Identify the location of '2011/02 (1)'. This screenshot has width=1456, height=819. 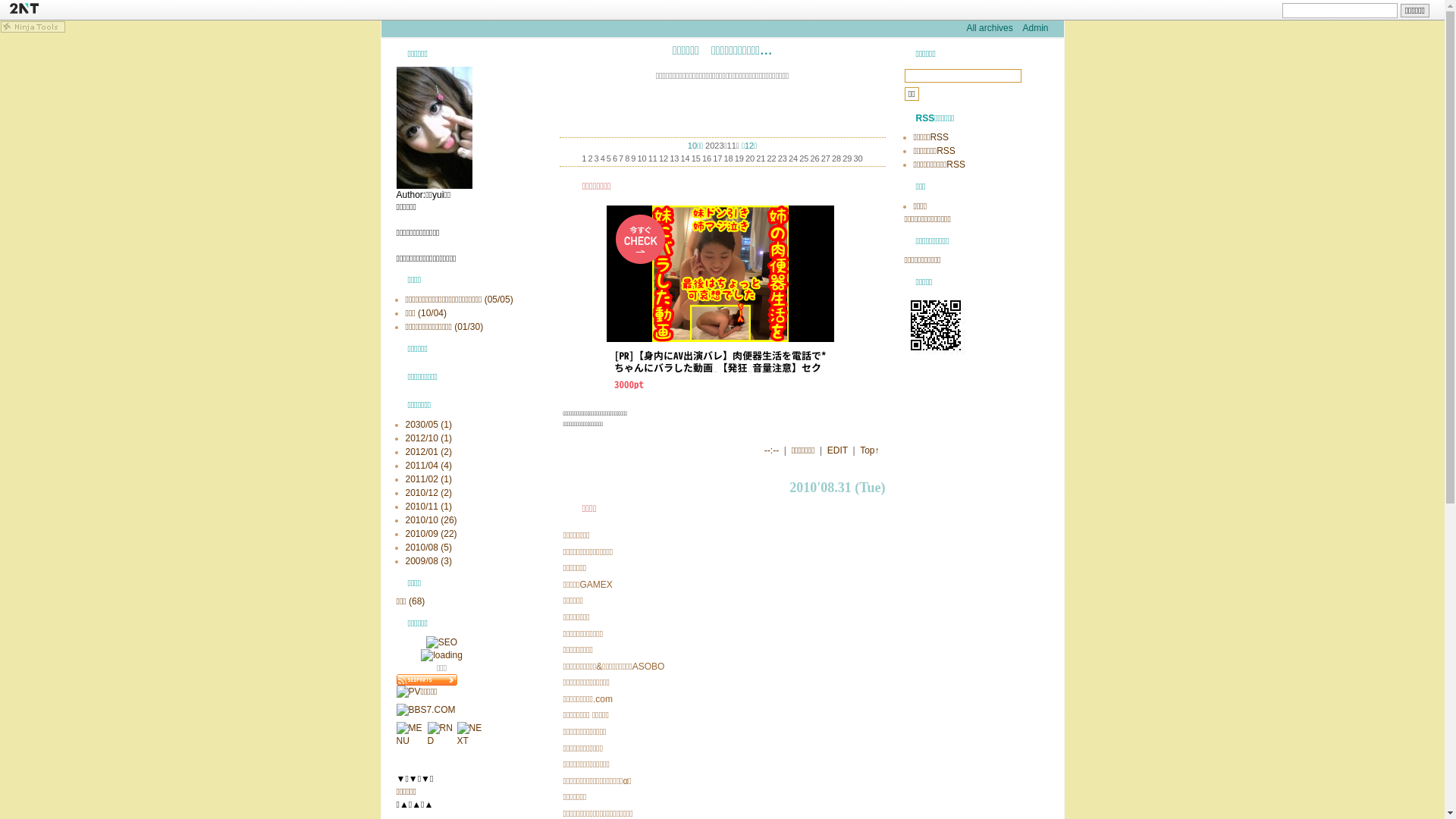
(427, 479).